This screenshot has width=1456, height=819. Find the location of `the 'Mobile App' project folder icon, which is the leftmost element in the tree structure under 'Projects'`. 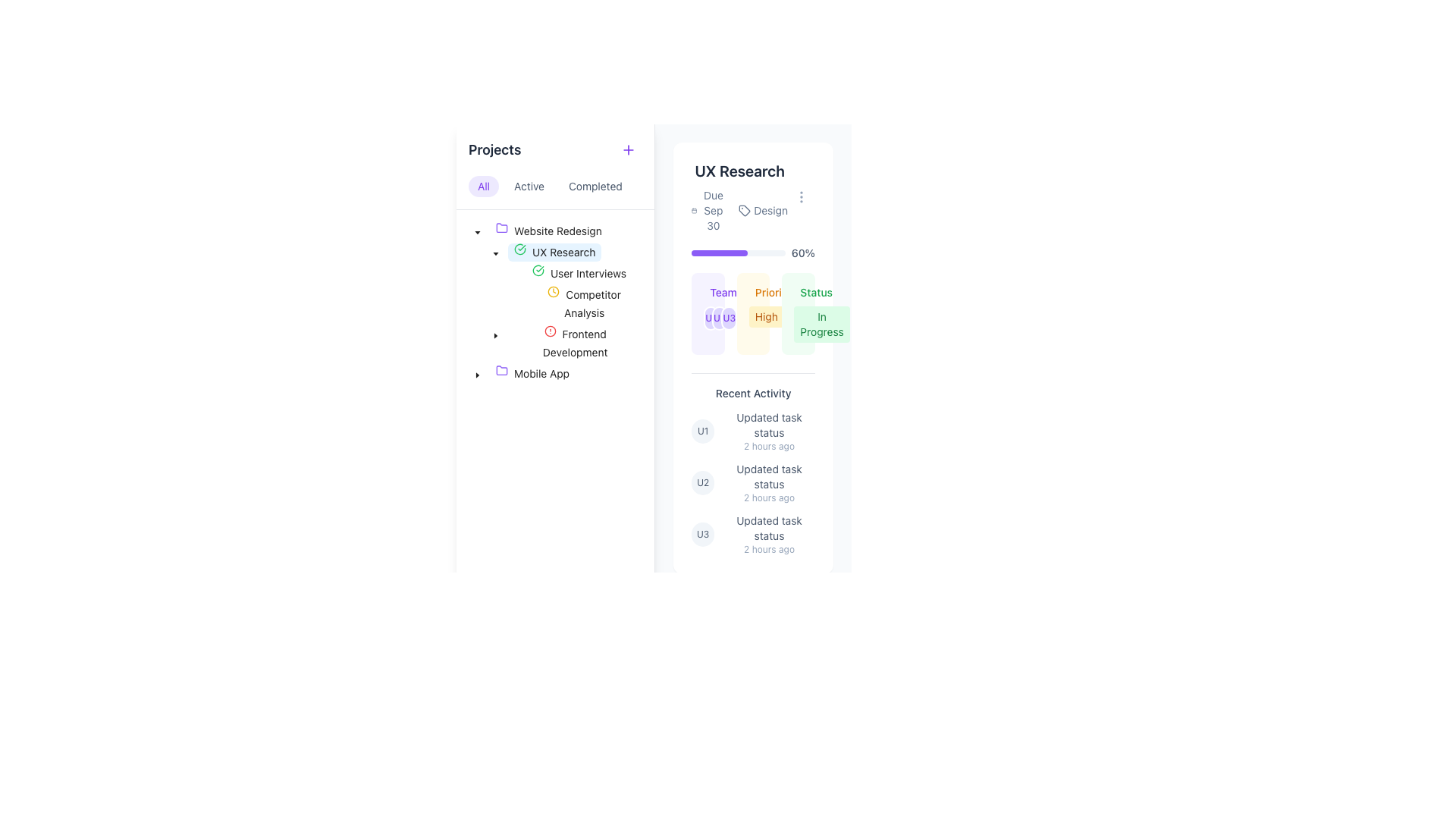

the 'Mobile App' project folder icon, which is the leftmost element in the tree structure under 'Projects' is located at coordinates (505, 374).